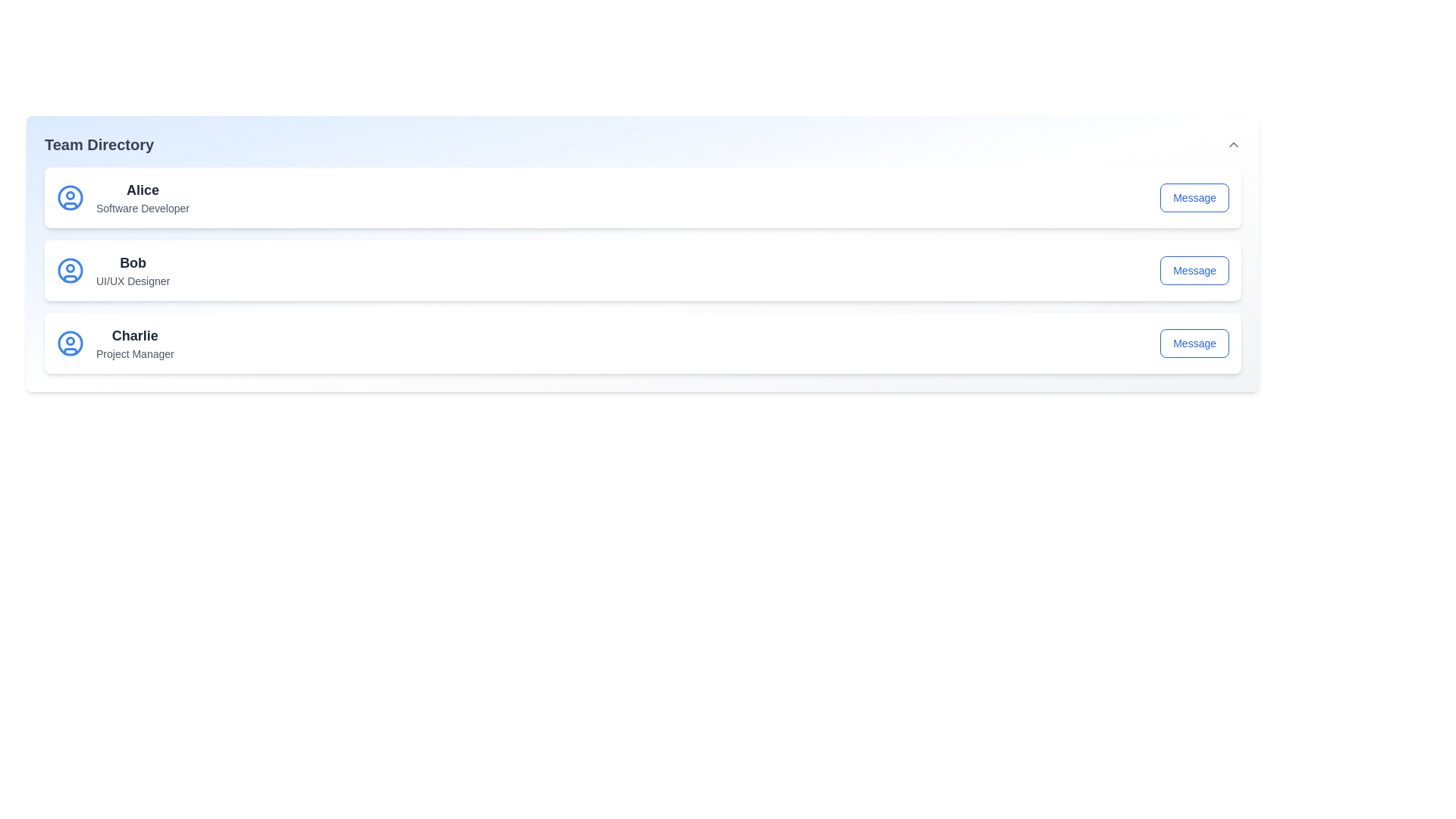 Image resolution: width=1456 pixels, height=819 pixels. What do you see at coordinates (69, 197) in the screenshot?
I see `the Avatar Icon representing user profile 'Alice', located to the left of the name 'Alice' and above the description 'Software Developer'` at bounding box center [69, 197].